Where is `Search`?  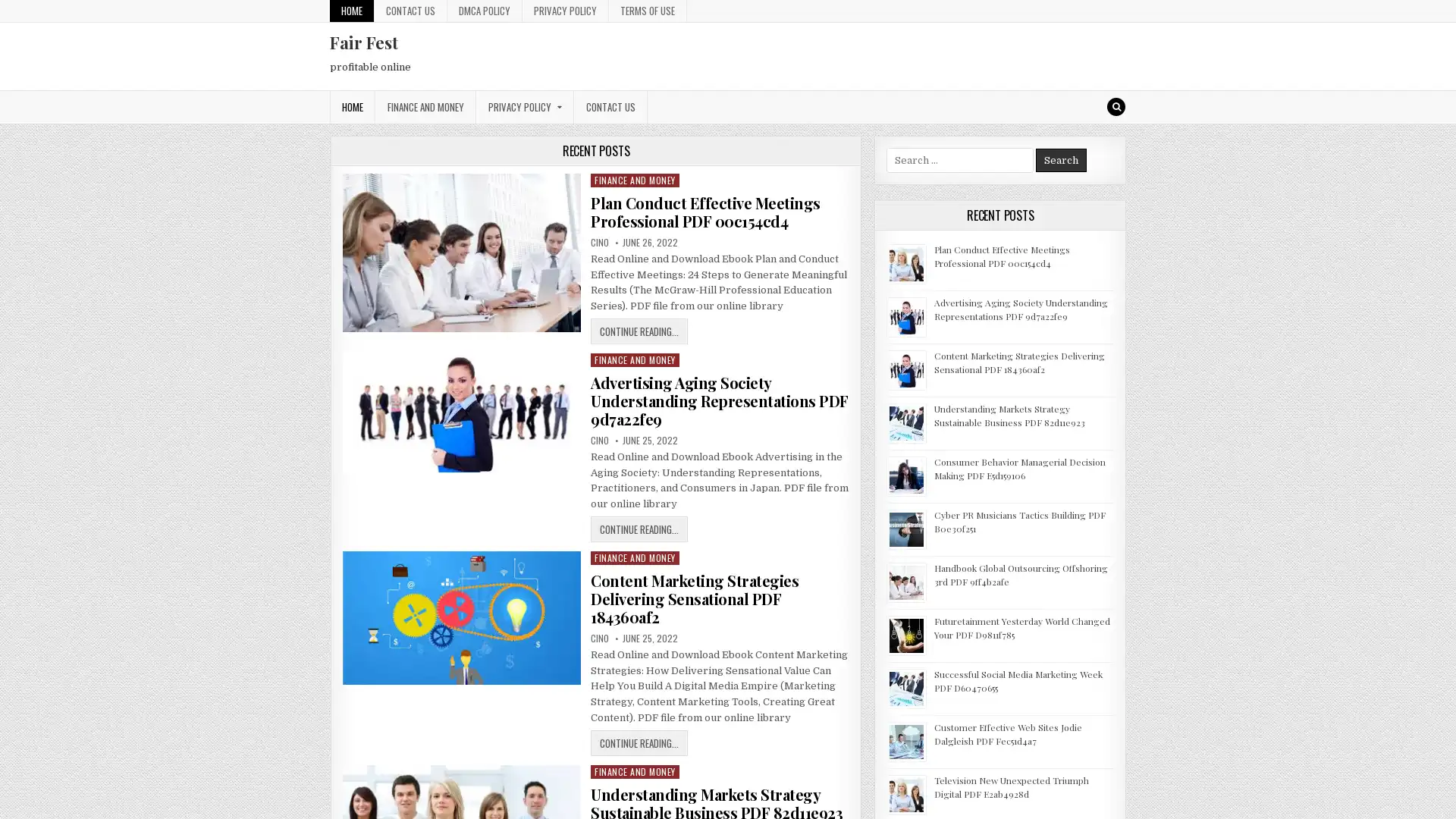
Search is located at coordinates (1060, 160).